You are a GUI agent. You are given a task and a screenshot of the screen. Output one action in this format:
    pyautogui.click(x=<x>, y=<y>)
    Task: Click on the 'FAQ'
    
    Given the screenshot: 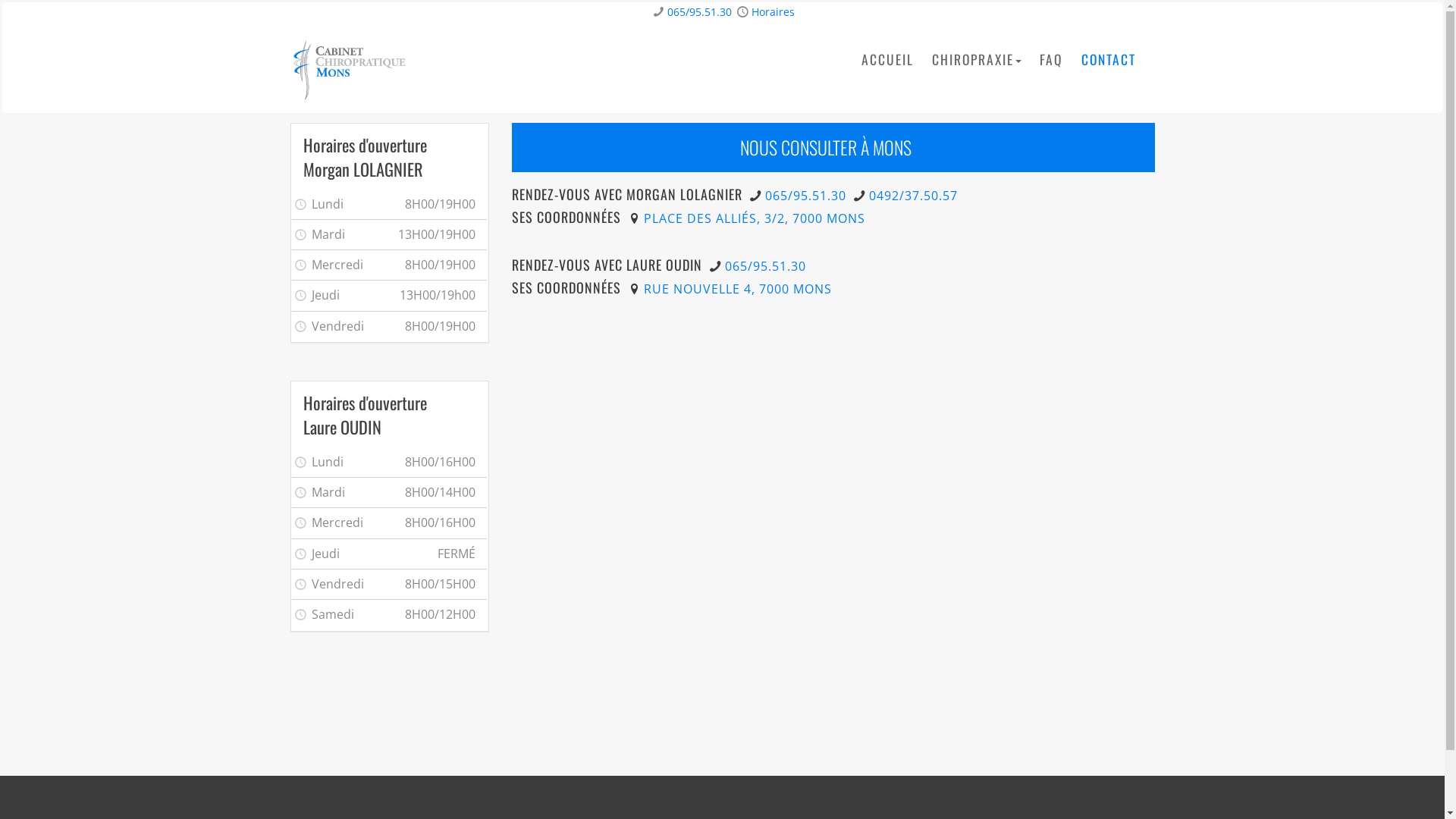 What is the action you would take?
    pyautogui.click(x=1050, y=58)
    